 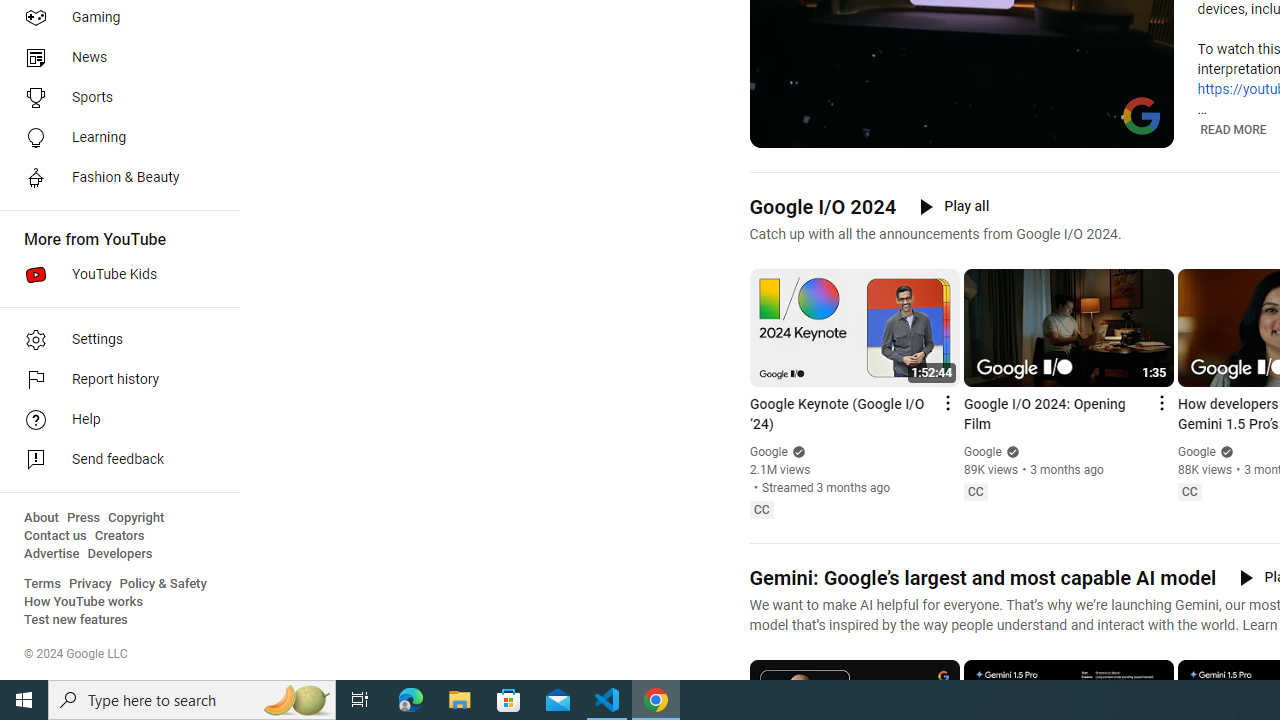 I want to click on 'Google I/O 2024', so click(x=823, y=206).